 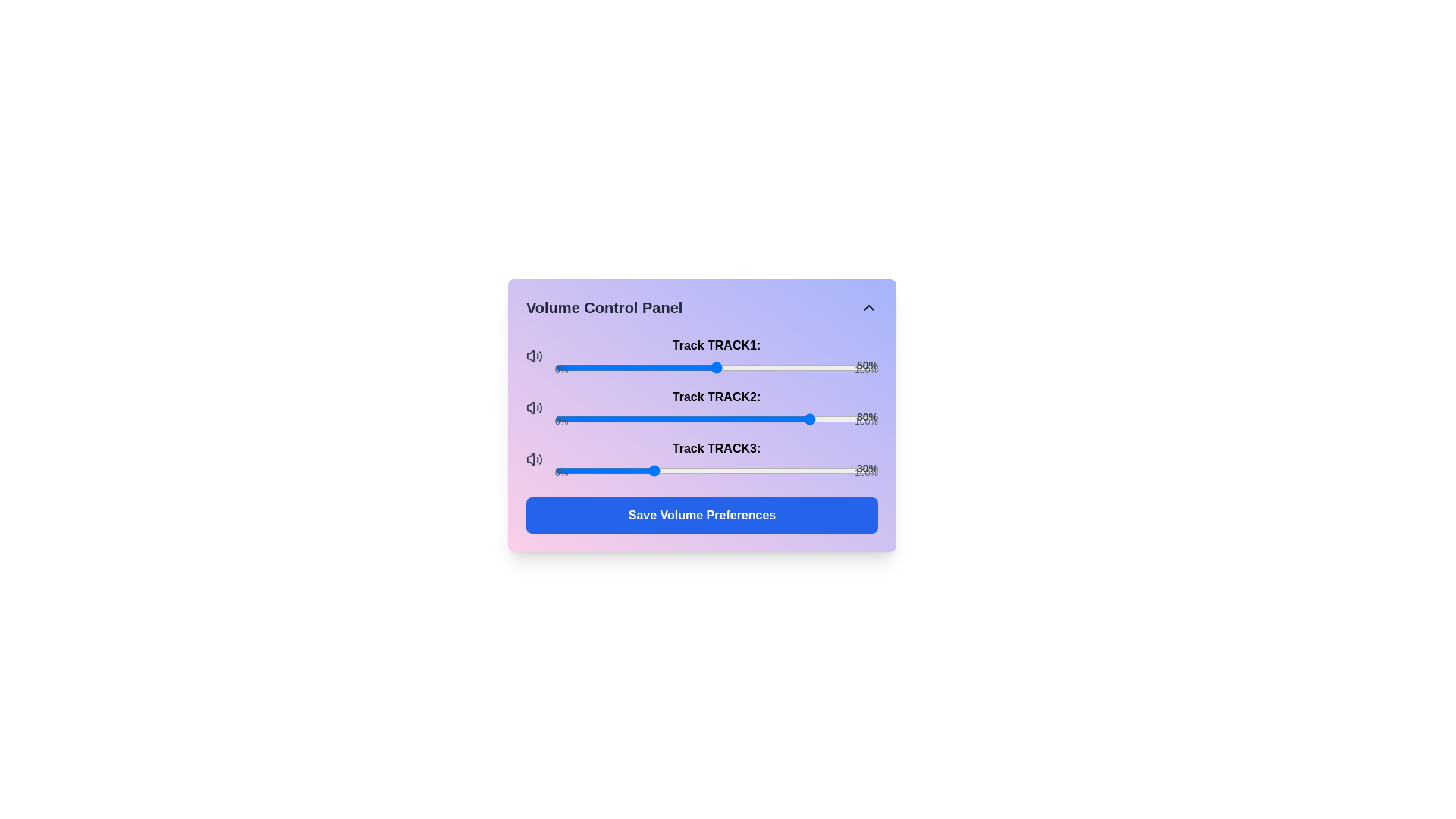 What do you see at coordinates (716, 472) in the screenshot?
I see `the textual indicators '0%' and '100%' located at the ends of the slider bar for 'Track TRACK3', positioned below its label` at bounding box center [716, 472].